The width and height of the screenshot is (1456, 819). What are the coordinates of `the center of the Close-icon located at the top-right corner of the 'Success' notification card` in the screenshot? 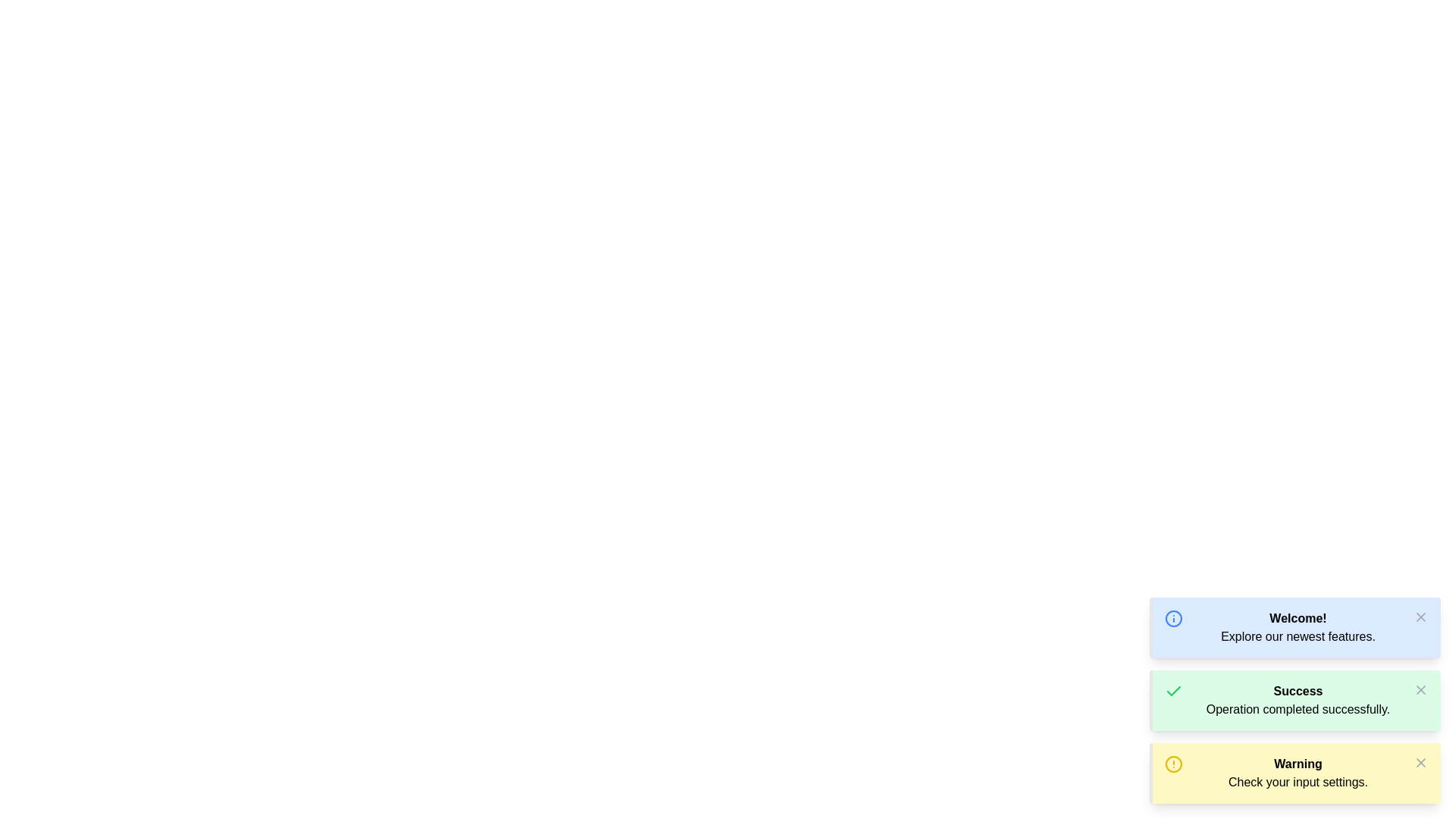 It's located at (1420, 690).